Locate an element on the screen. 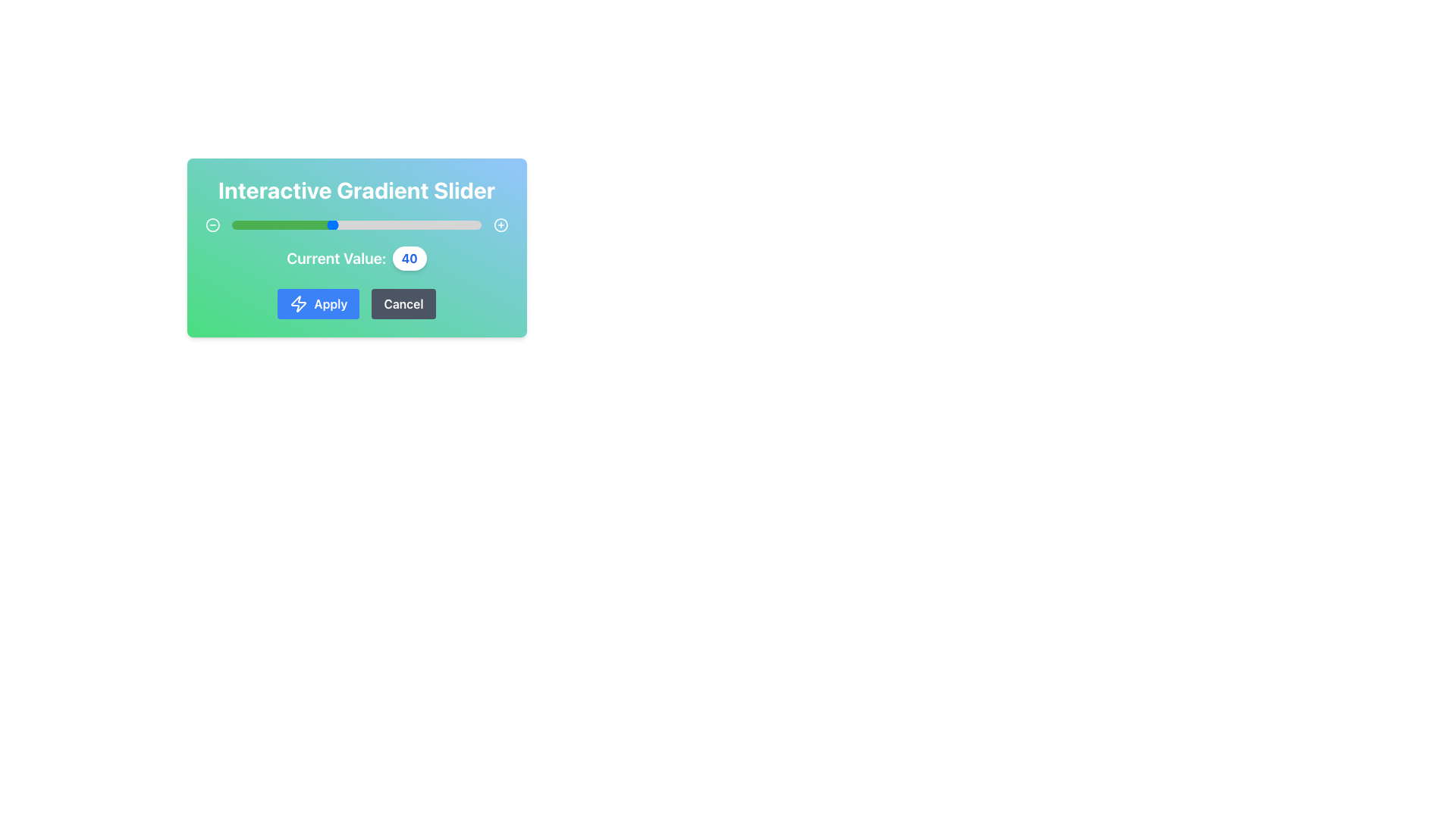  the slider is located at coordinates (274, 225).